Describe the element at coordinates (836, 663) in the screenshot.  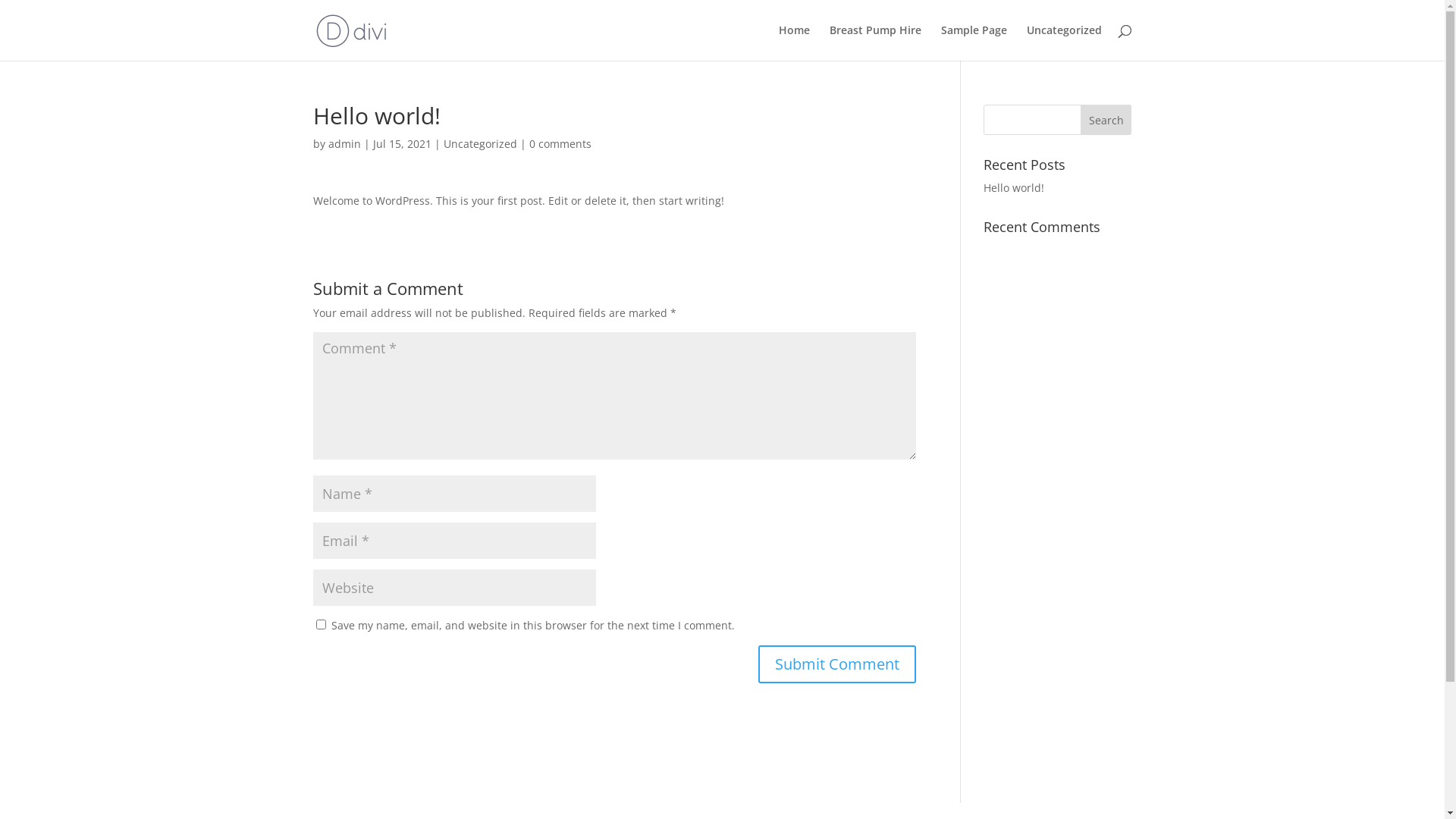
I see `'Submit Comment'` at that location.